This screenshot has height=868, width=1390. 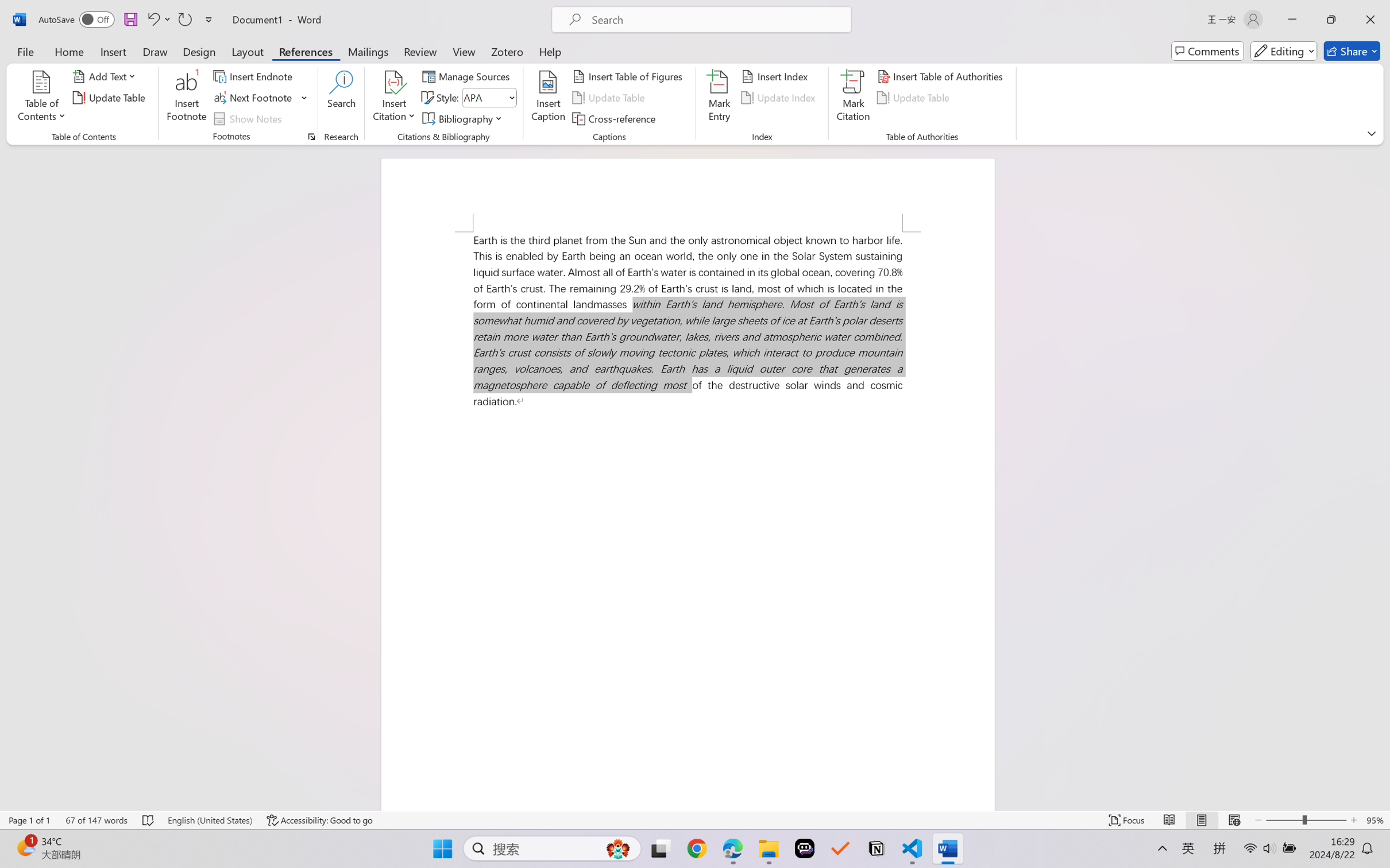 I want to click on 'Undo Italic', so click(x=152, y=19).